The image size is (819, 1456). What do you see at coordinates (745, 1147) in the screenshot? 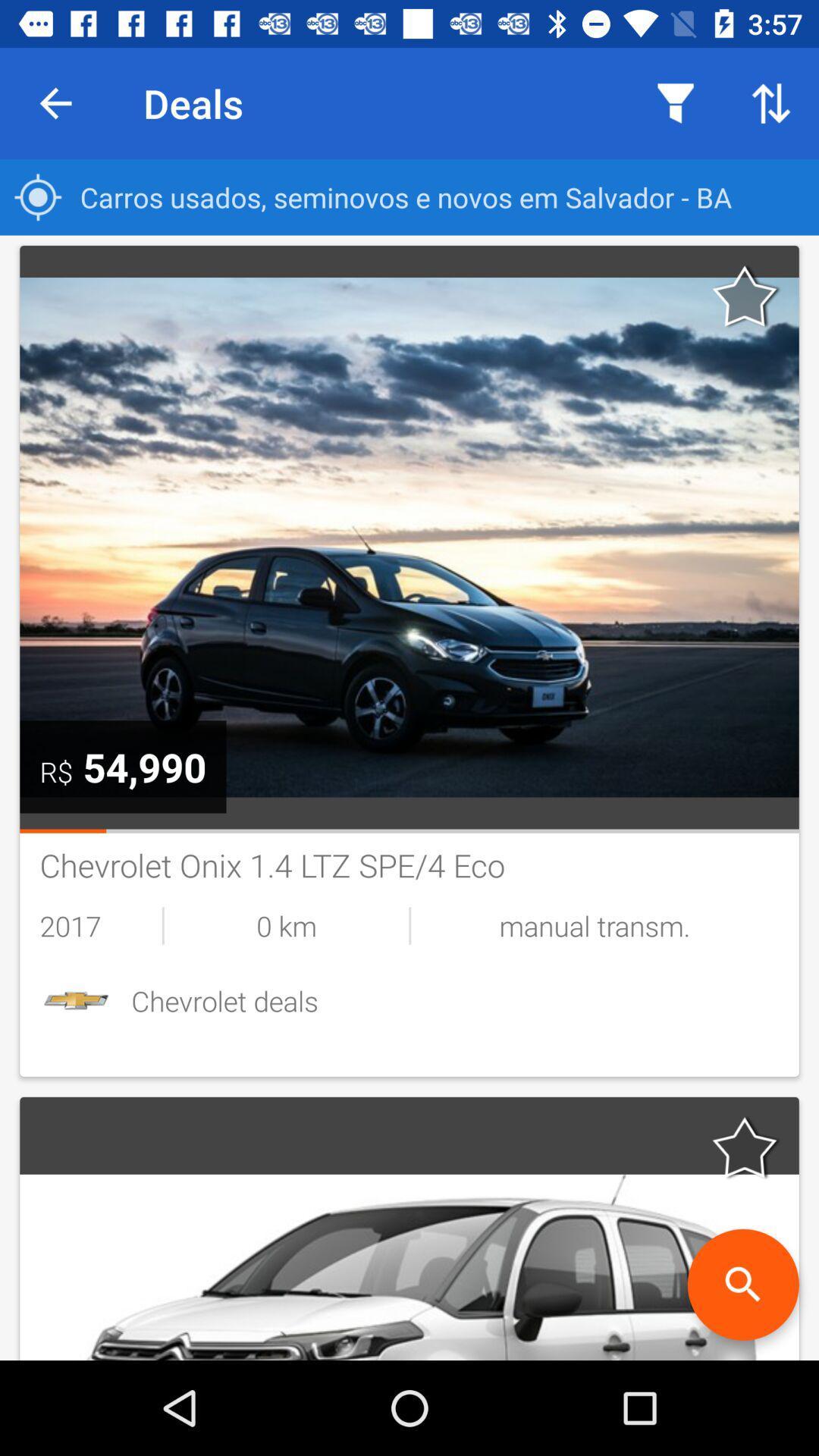
I see `option` at bounding box center [745, 1147].